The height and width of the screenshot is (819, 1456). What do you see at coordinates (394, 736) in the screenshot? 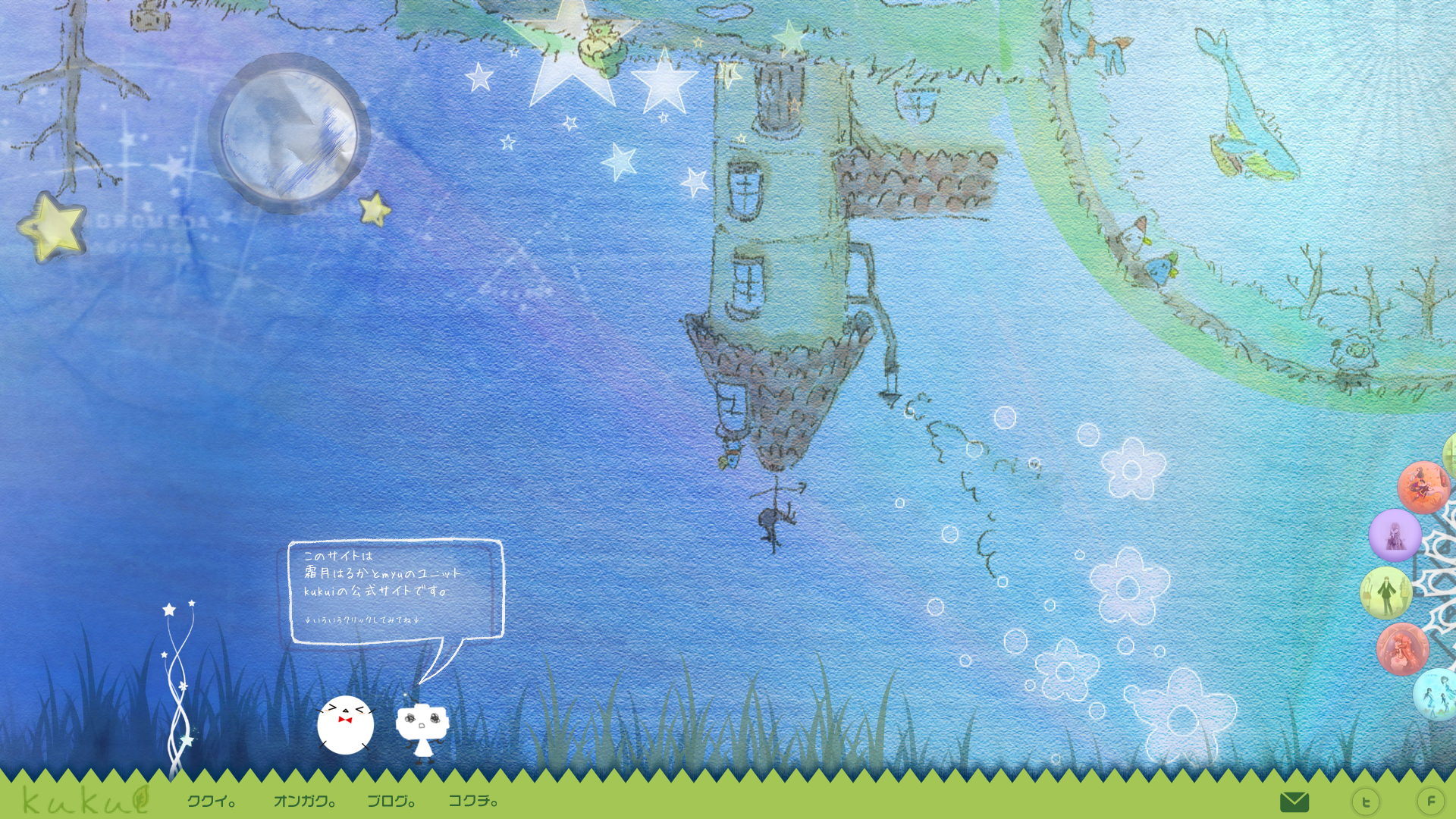
I see `'Click to enlarge'` at bounding box center [394, 736].